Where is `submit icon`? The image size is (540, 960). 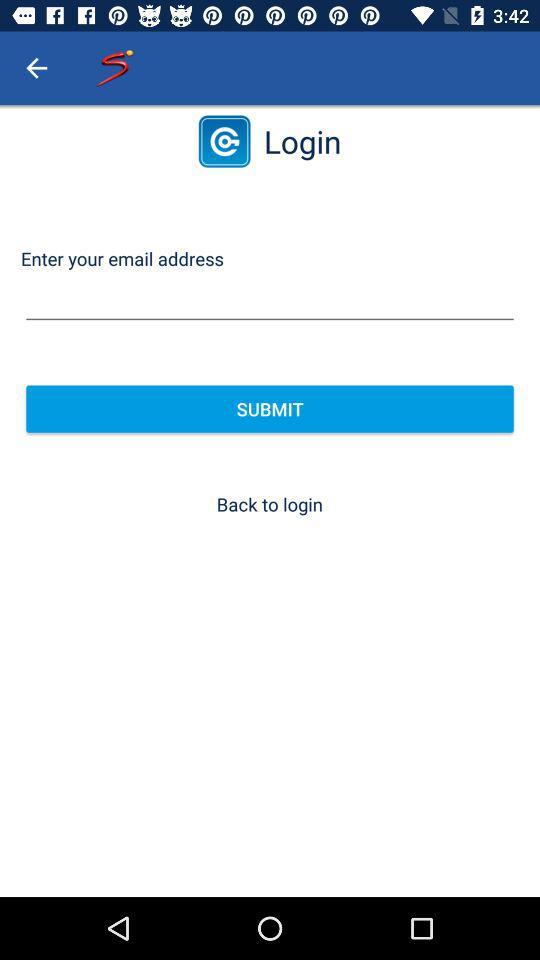 submit icon is located at coordinates (270, 408).